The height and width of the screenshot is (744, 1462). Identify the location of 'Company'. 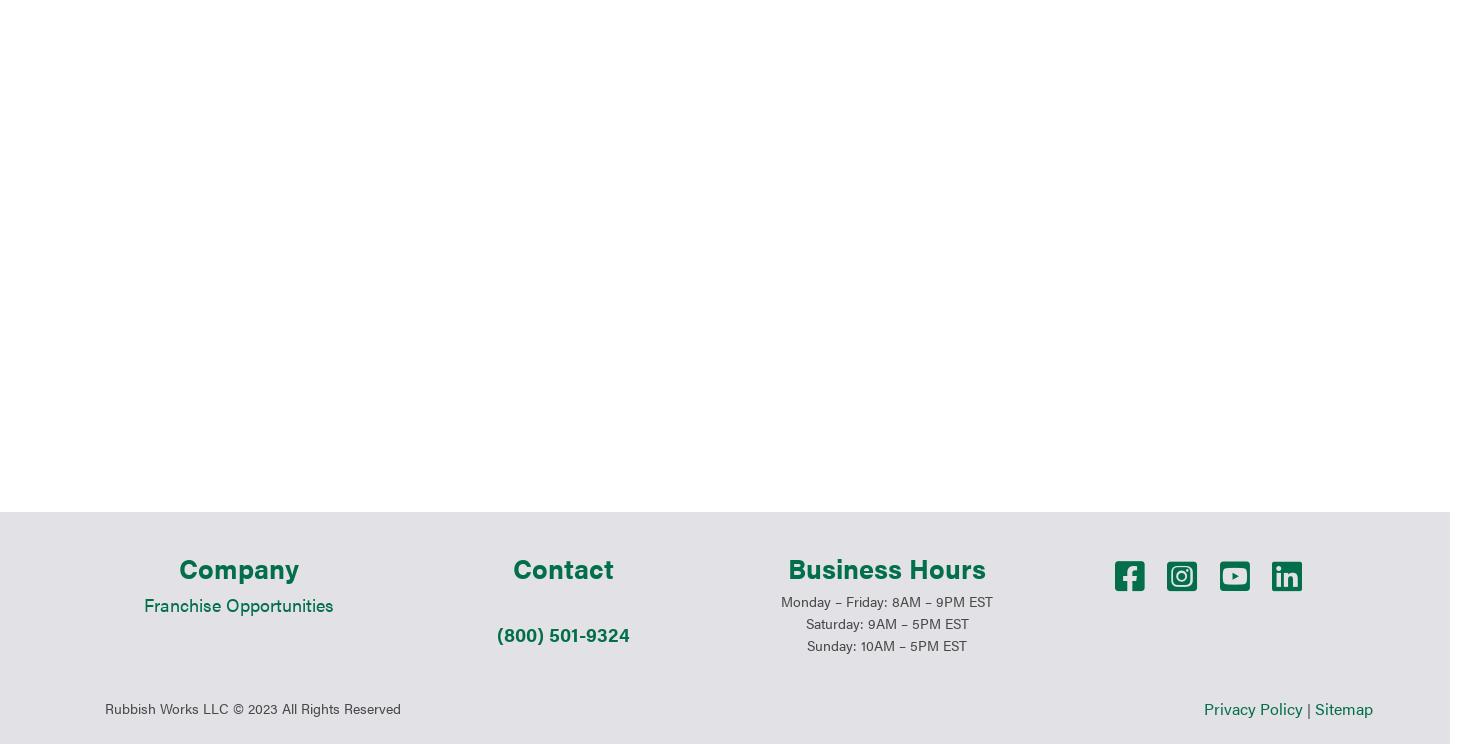
(239, 366).